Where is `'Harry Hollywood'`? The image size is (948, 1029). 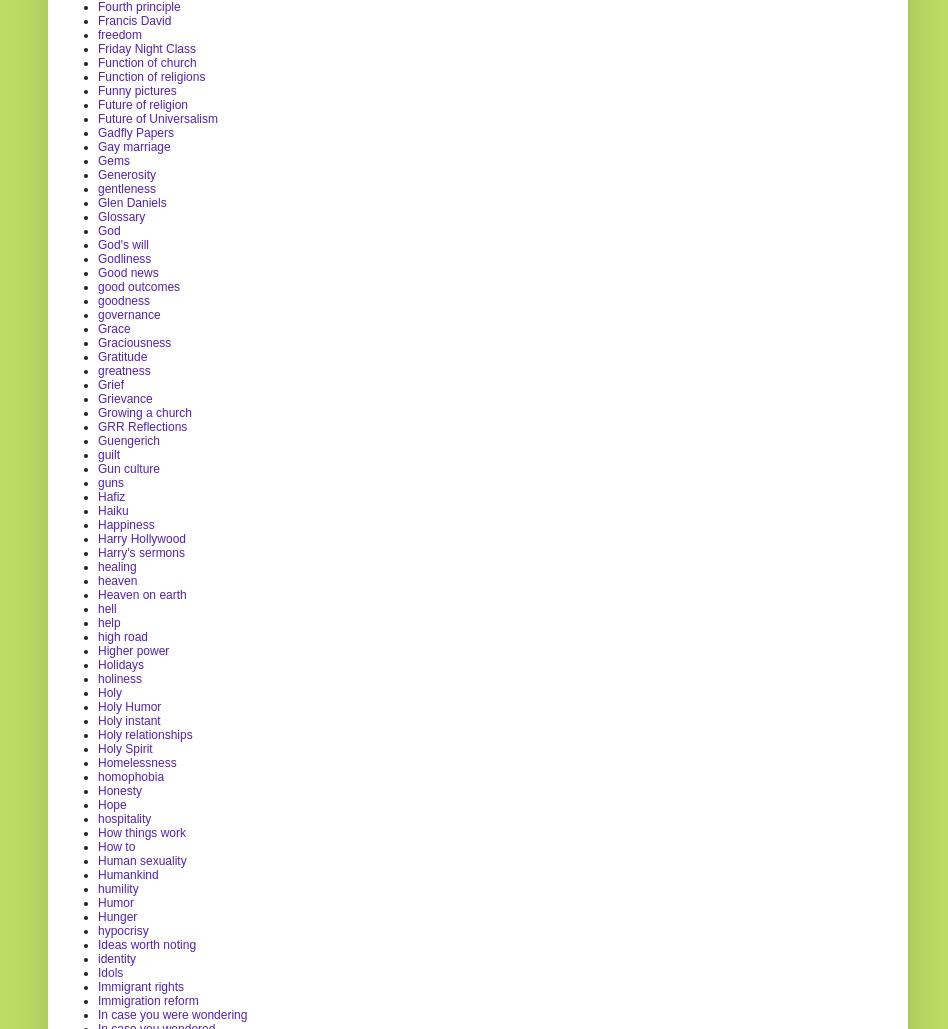 'Harry Hollywood' is located at coordinates (141, 536).